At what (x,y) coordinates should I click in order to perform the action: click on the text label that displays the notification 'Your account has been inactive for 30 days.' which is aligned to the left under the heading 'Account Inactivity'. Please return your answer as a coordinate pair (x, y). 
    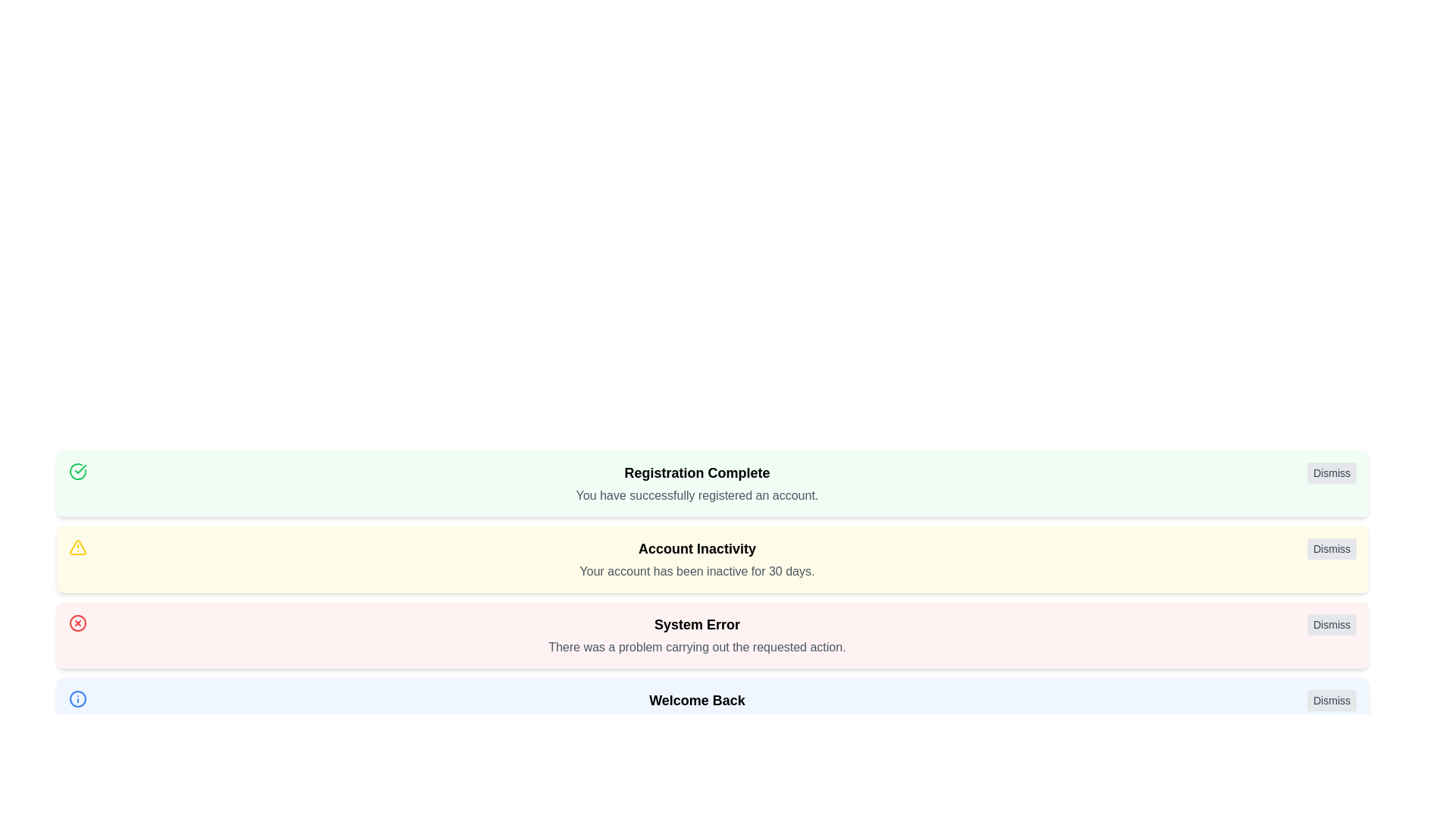
    Looking at the image, I should click on (696, 571).